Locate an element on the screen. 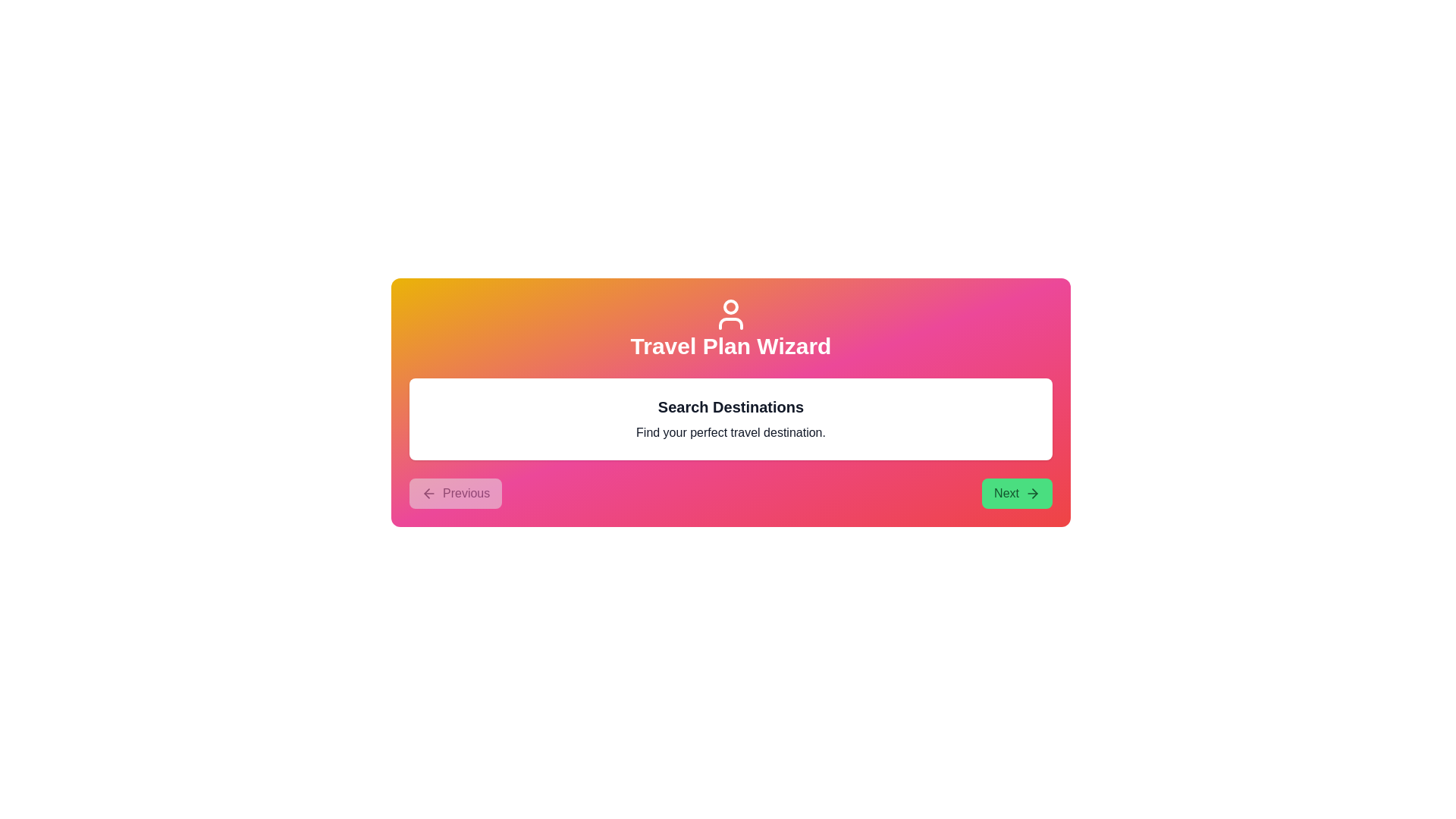 The image size is (1456, 819). the decorative arrow icon within the green 'Next' button, which indicates a forward action is located at coordinates (1034, 494).